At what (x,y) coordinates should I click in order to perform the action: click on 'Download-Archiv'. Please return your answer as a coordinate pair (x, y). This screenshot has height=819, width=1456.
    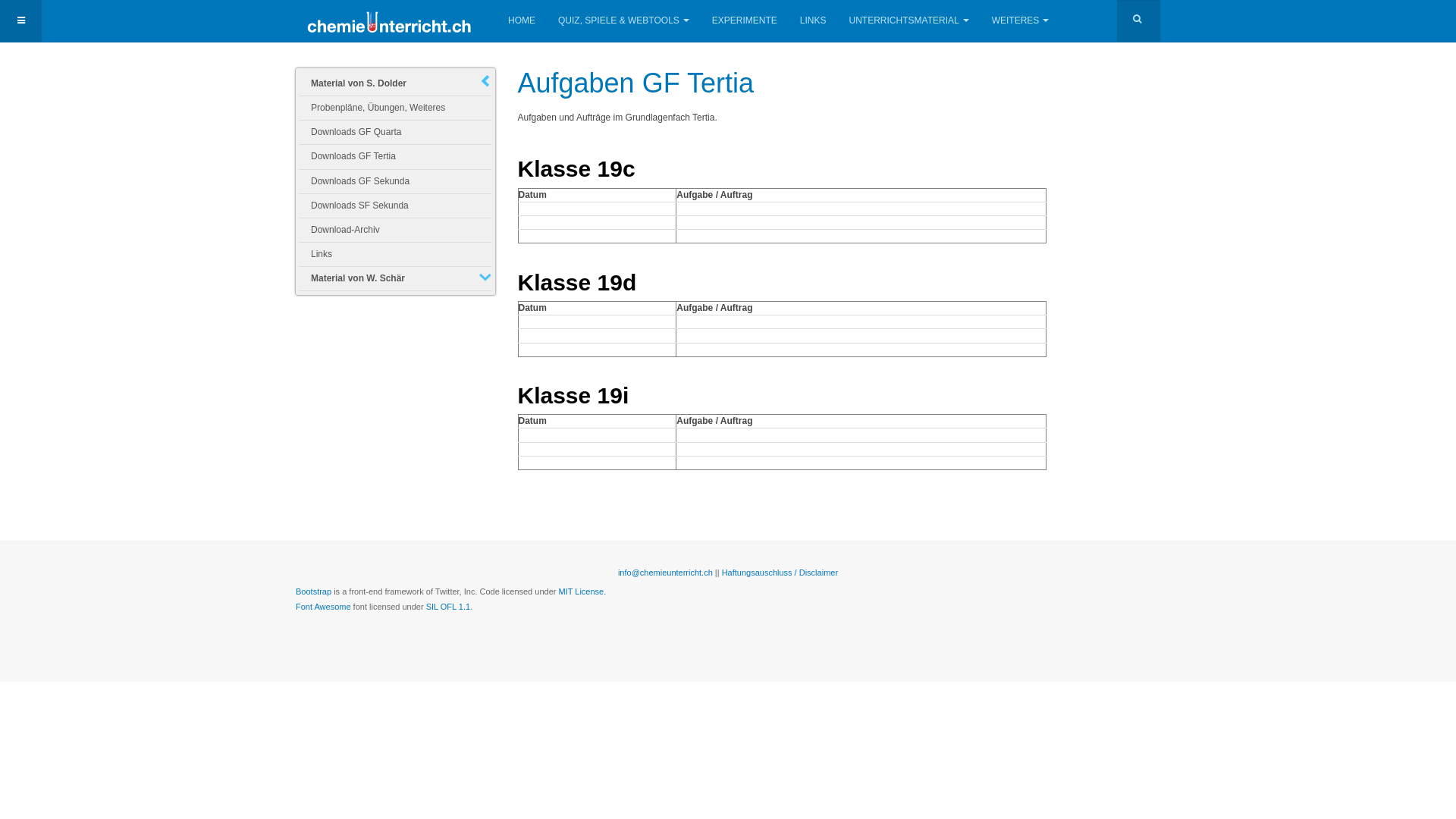
    Looking at the image, I should click on (395, 230).